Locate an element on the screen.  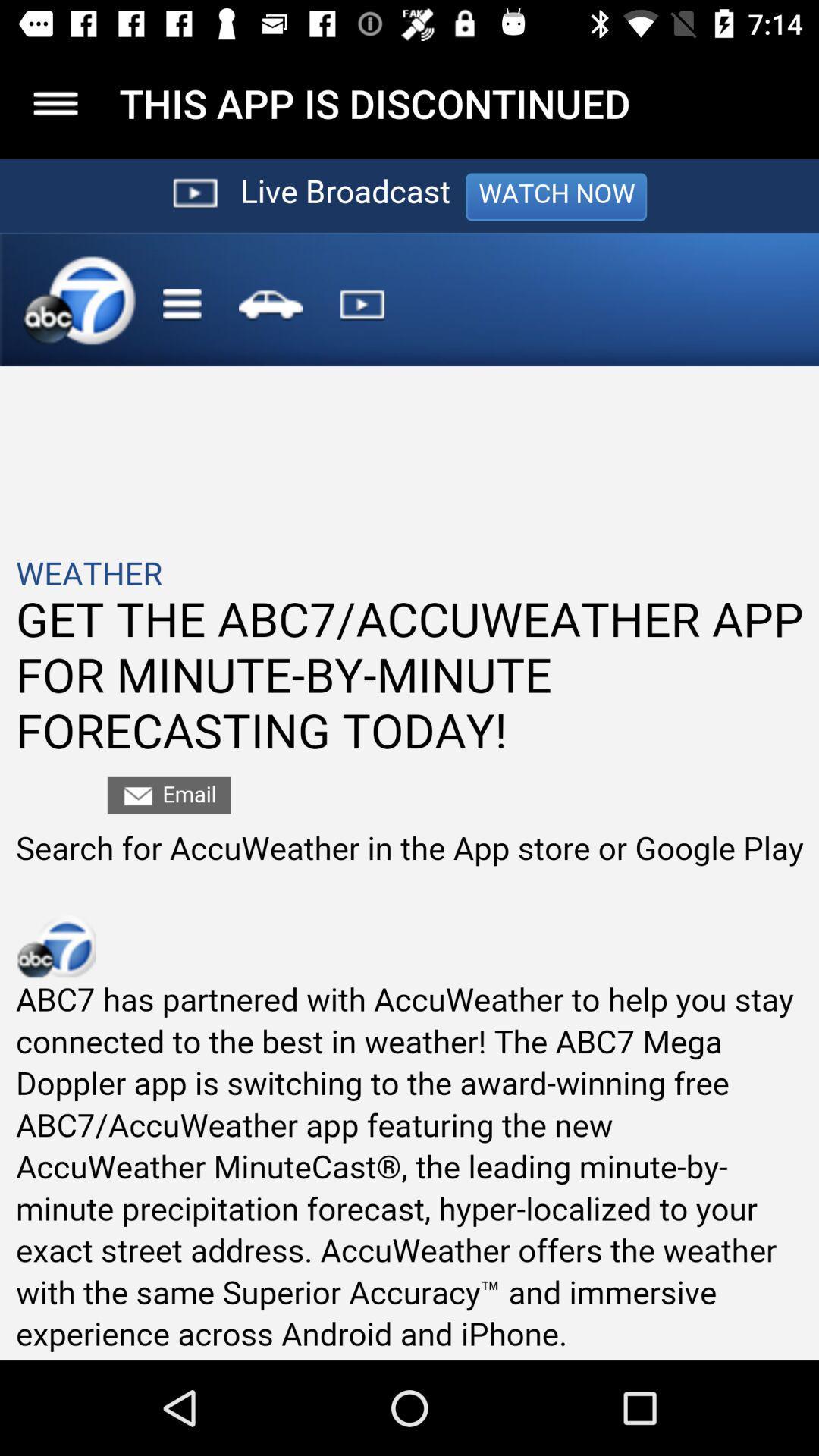
the menu icon is located at coordinates (55, 102).